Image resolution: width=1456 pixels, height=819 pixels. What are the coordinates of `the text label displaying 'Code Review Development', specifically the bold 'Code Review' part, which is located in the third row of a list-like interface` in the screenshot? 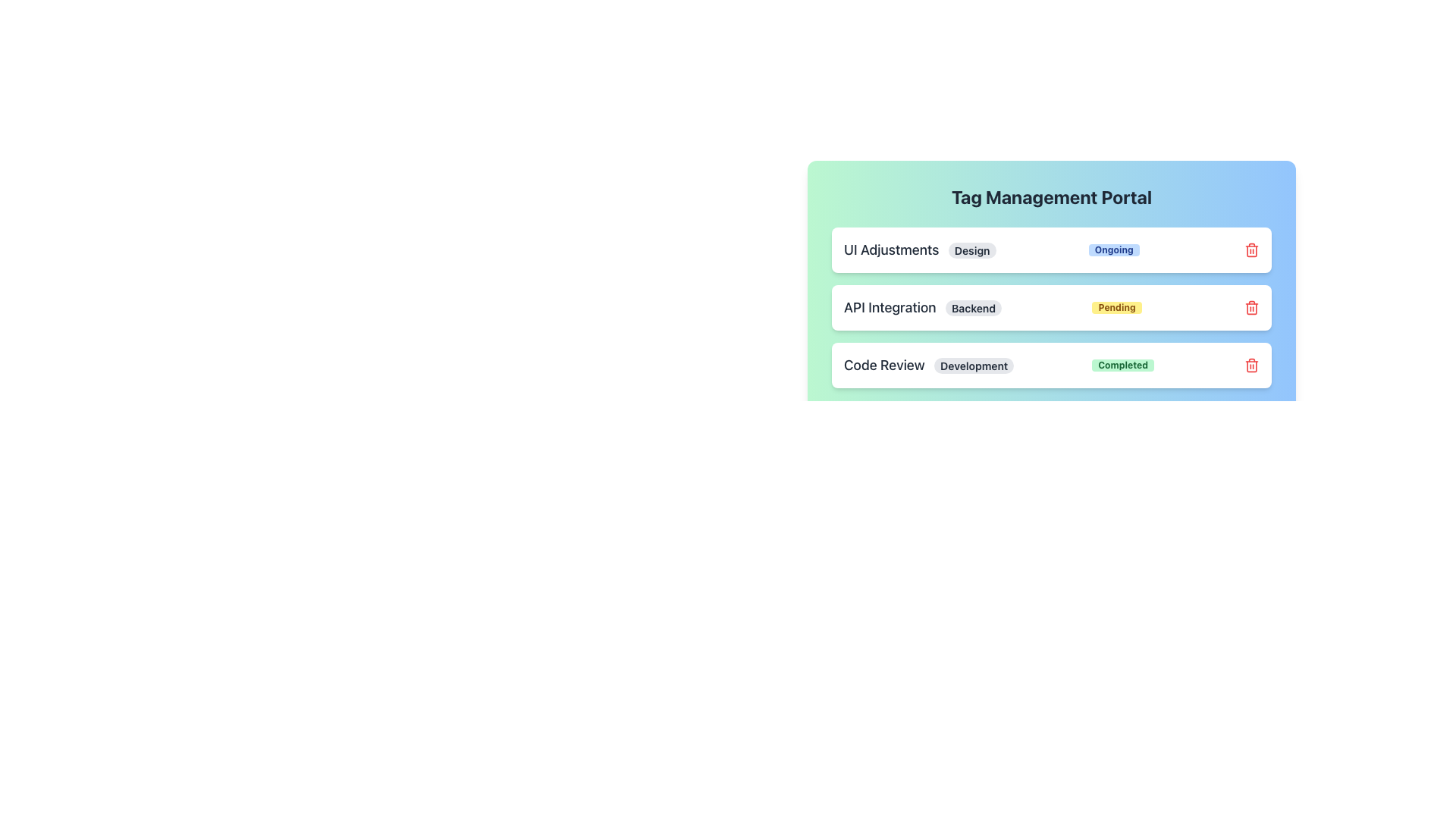 It's located at (928, 366).